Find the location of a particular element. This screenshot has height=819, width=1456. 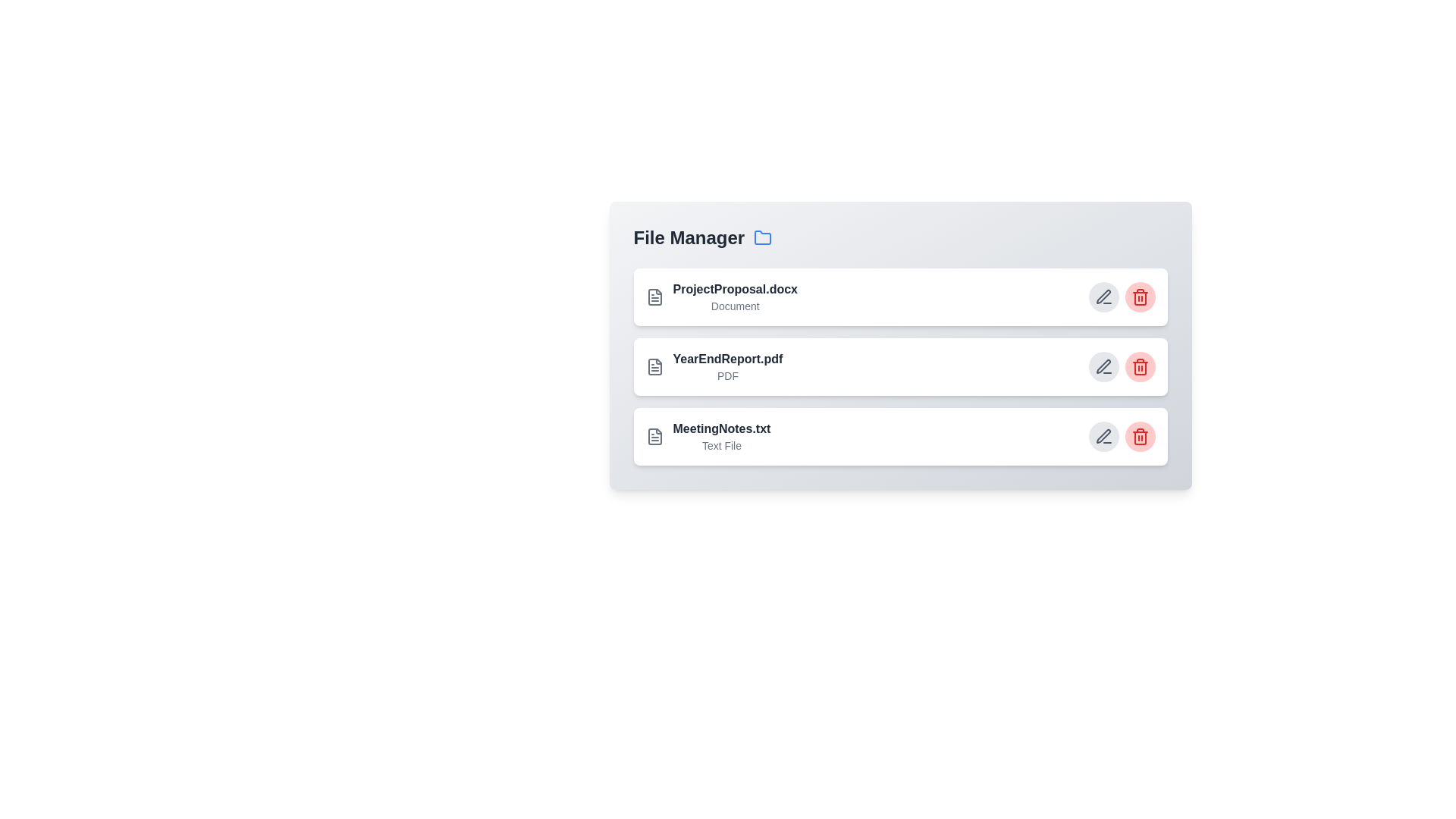

the file entry to reveal additional interaction options is located at coordinates (720, 303).